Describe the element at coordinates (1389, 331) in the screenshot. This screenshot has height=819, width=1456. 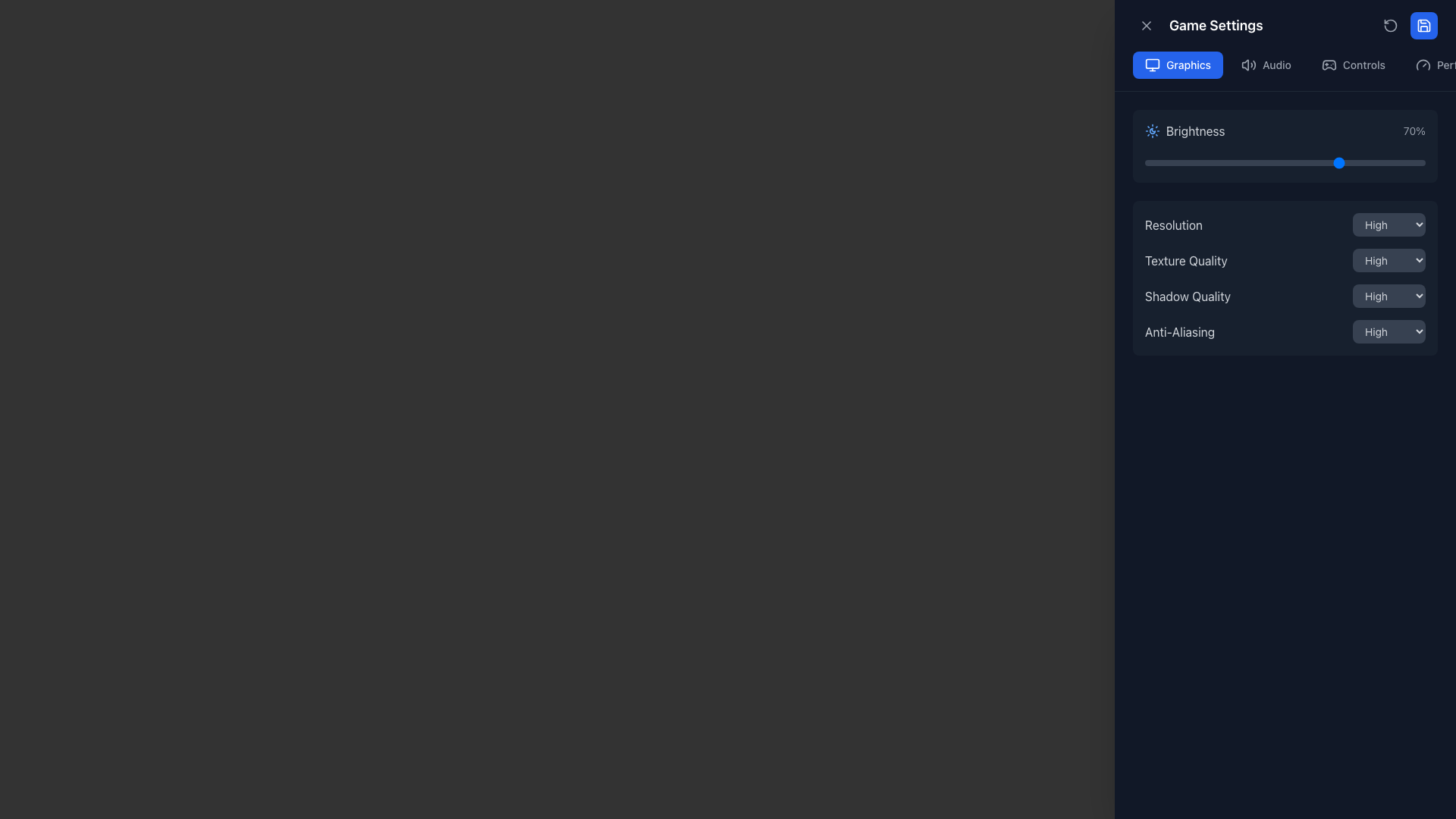
I see `the 'High' dropdown button in the lower-right part of the 'Anti-Aliasing' section` at that location.